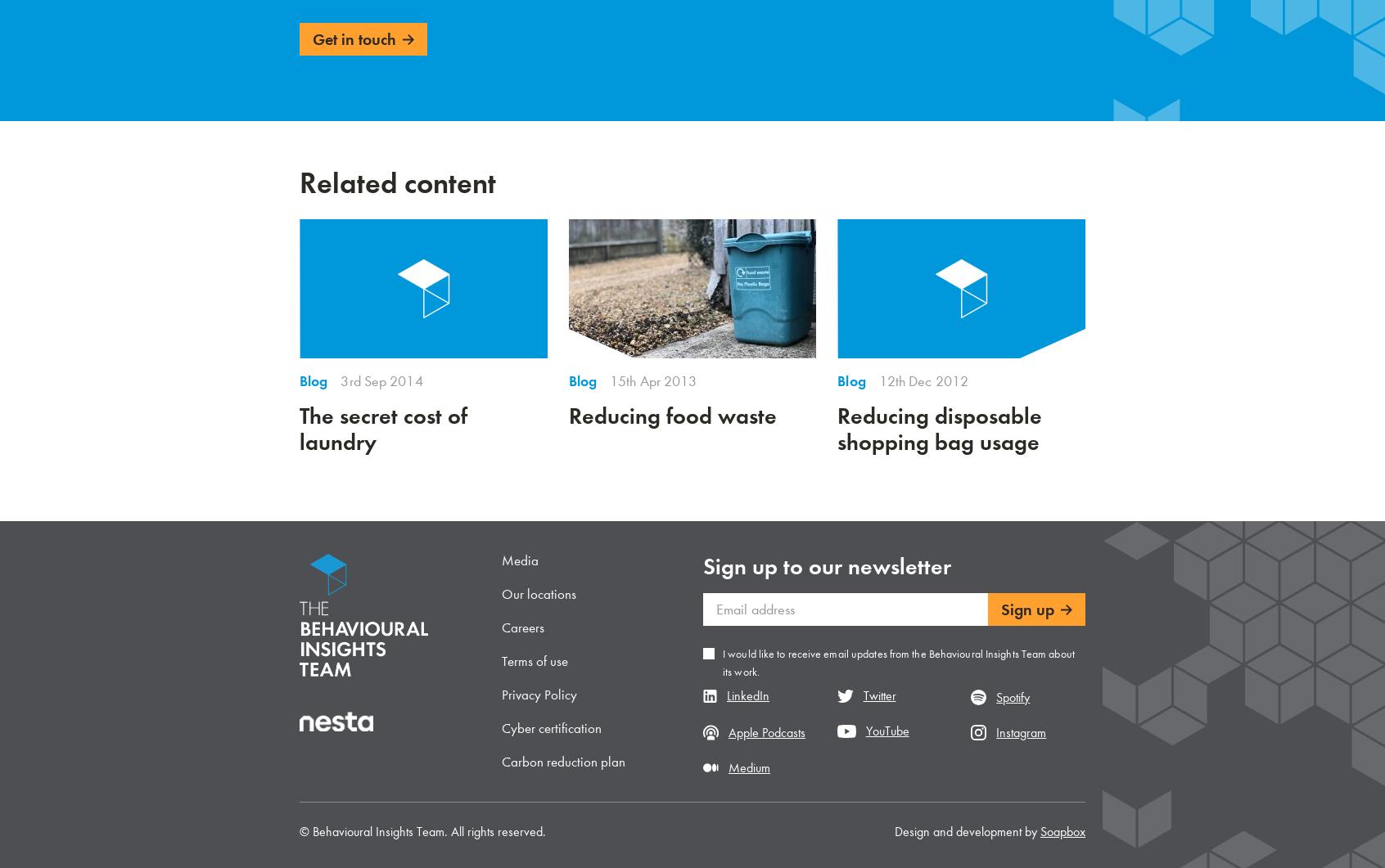 The width and height of the screenshot is (1385, 868). Describe the element at coordinates (923, 381) in the screenshot. I see `'12th Dec 2012'` at that location.